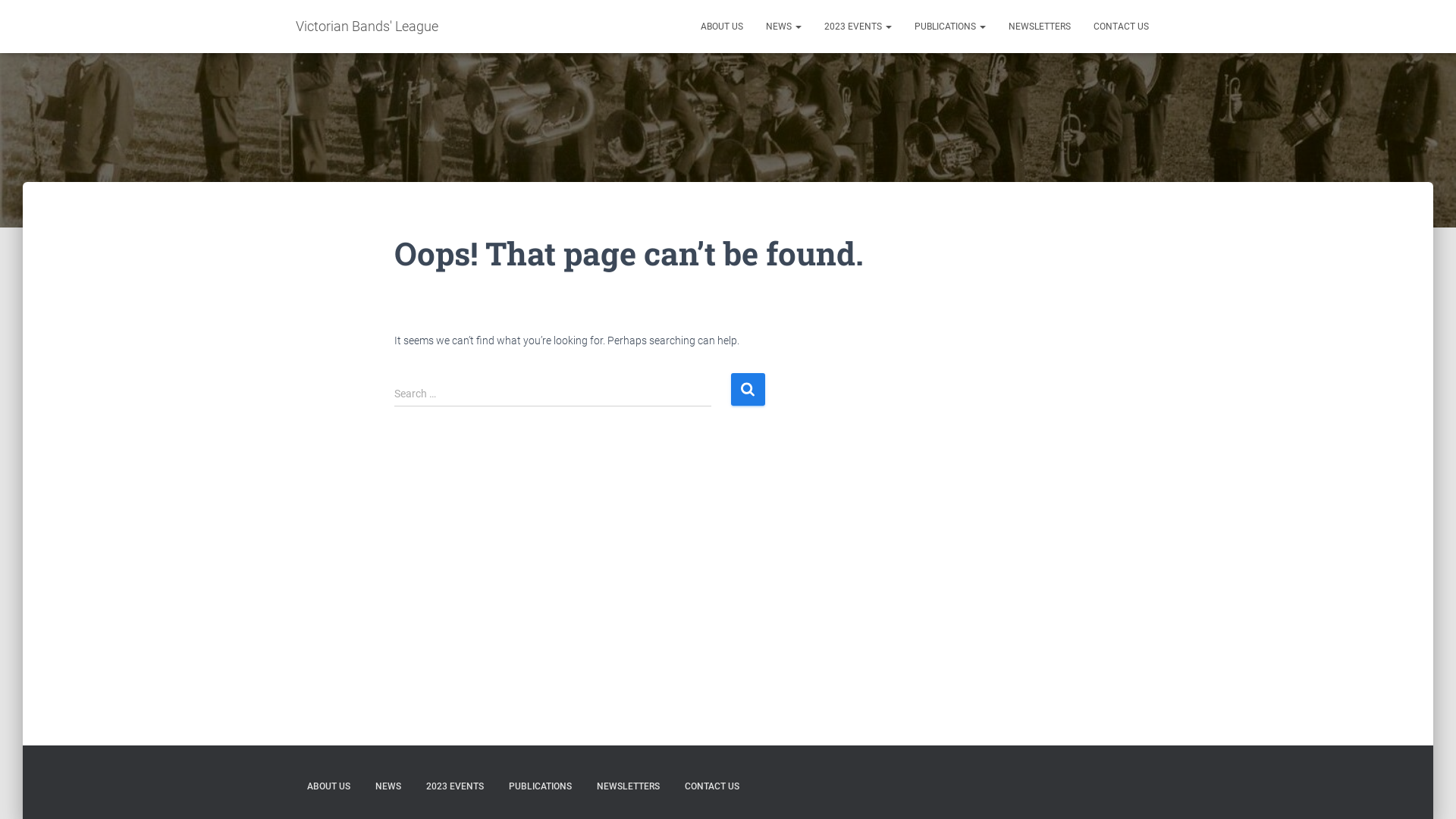 This screenshot has height=819, width=1456. Describe the element at coordinates (540, 786) in the screenshot. I see `'PUBLICATIONS'` at that location.